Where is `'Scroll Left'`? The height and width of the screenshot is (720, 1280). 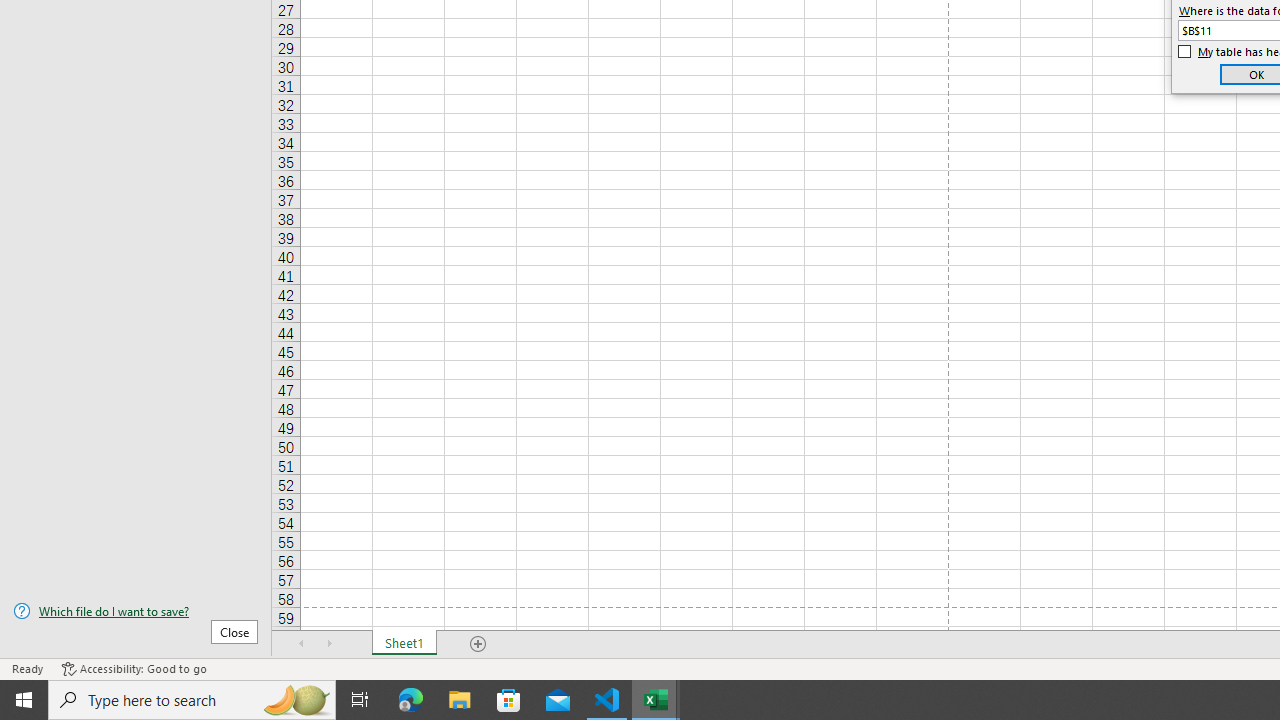
'Scroll Left' is located at coordinates (301, 644).